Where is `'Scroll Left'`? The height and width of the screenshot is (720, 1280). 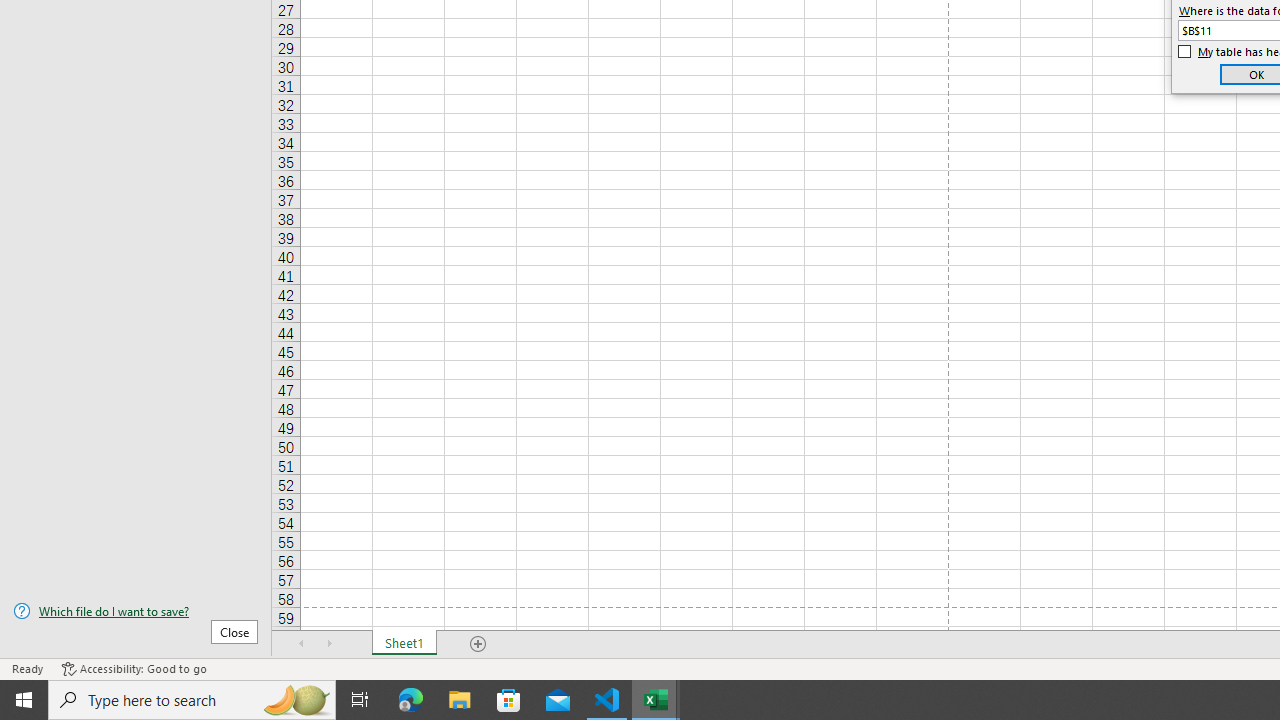
'Scroll Left' is located at coordinates (301, 644).